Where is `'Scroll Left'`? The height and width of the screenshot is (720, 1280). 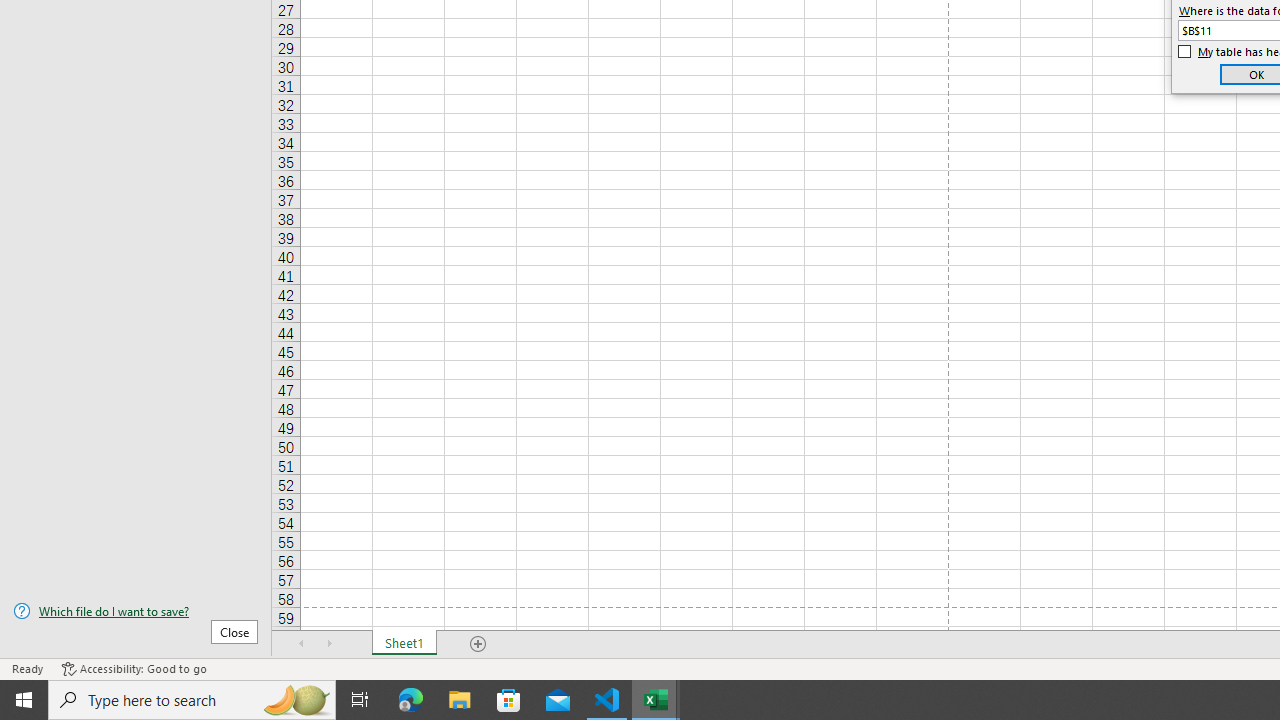
'Scroll Left' is located at coordinates (301, 644).